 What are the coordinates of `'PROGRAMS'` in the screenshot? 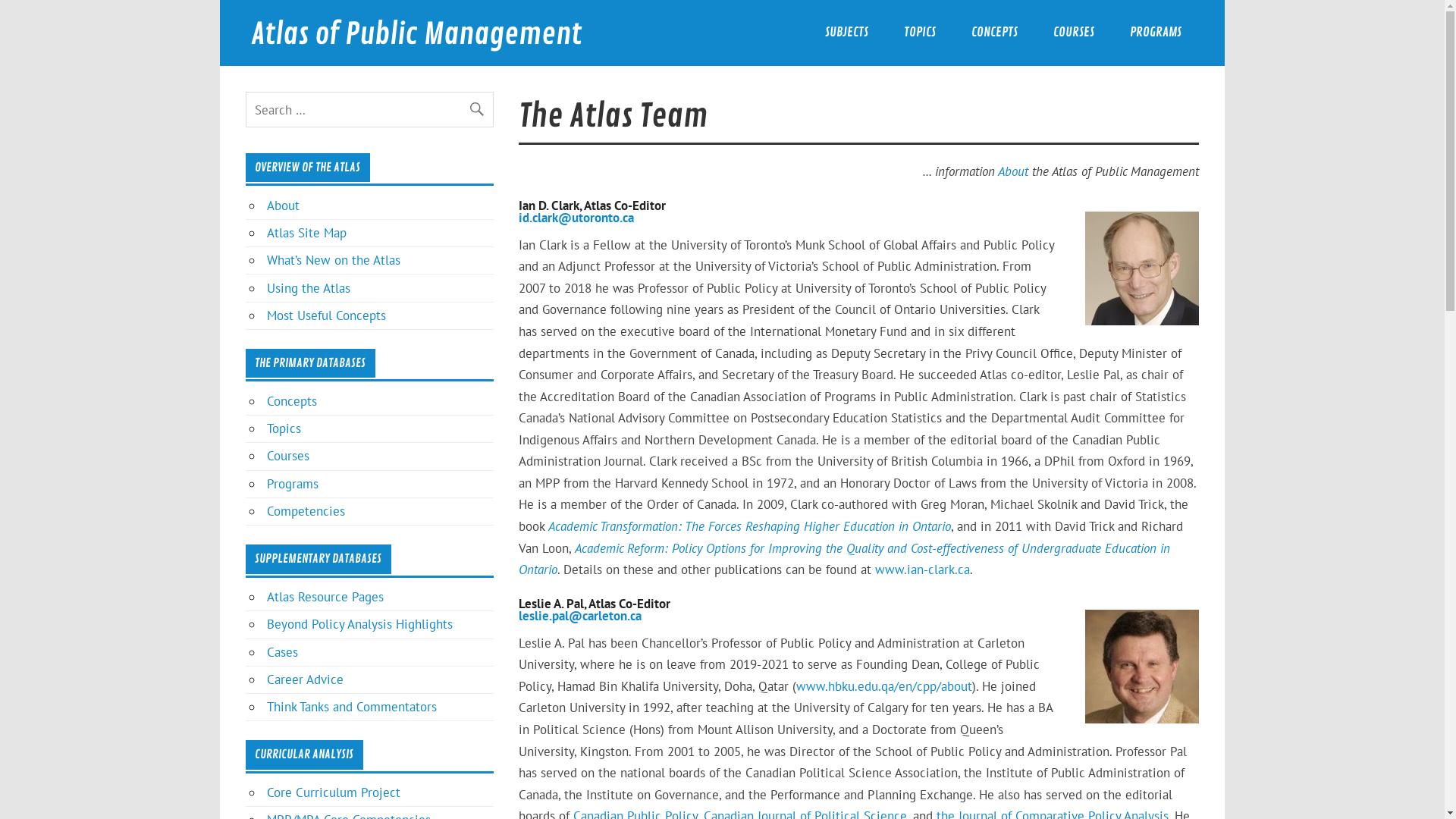 It's located at (1154, 33).